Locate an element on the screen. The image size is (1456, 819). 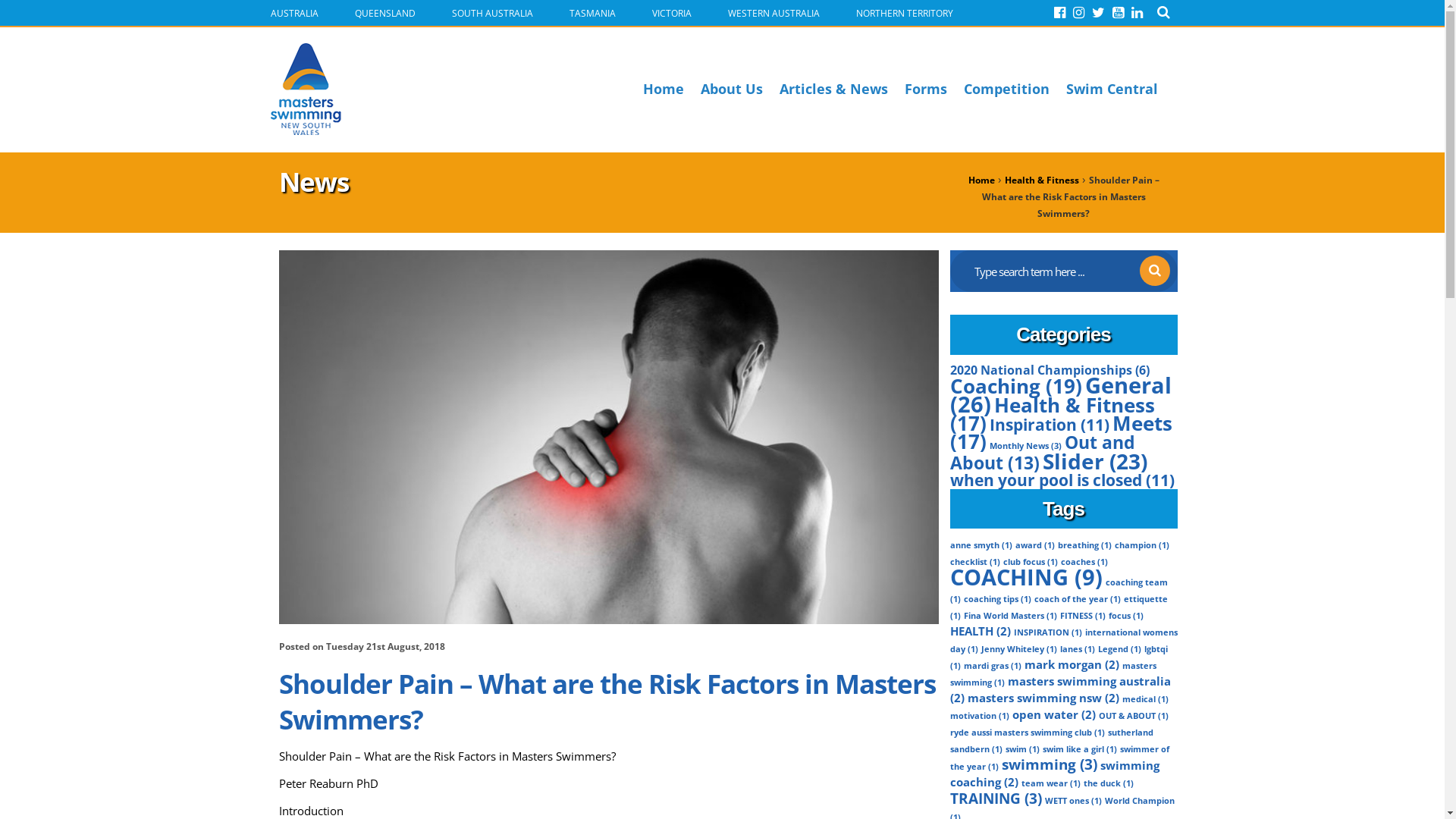
'ettiquette (1)' is located at coordinates (1057, 607).